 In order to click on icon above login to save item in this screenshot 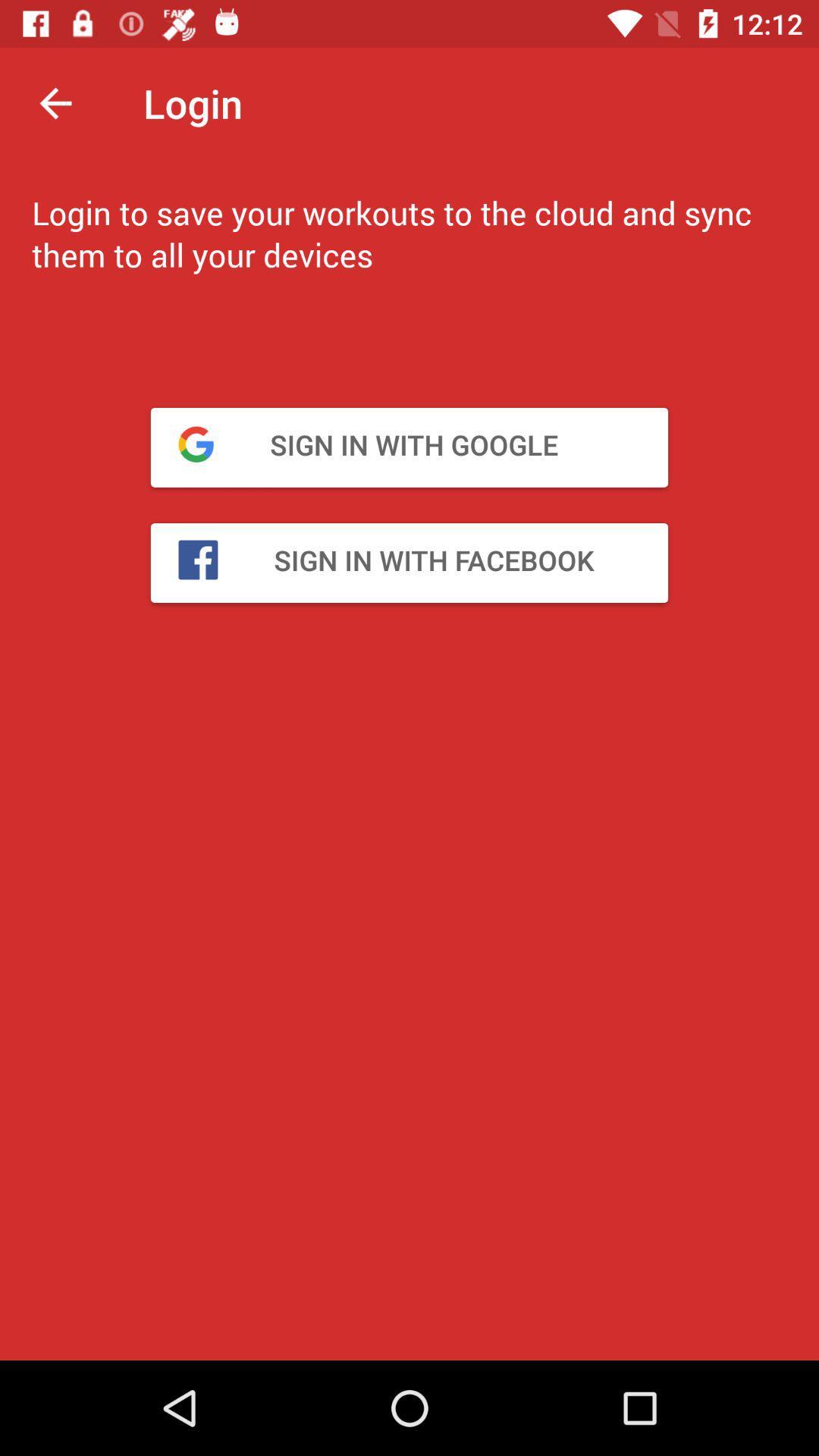, I will do `click(55, 102)`.